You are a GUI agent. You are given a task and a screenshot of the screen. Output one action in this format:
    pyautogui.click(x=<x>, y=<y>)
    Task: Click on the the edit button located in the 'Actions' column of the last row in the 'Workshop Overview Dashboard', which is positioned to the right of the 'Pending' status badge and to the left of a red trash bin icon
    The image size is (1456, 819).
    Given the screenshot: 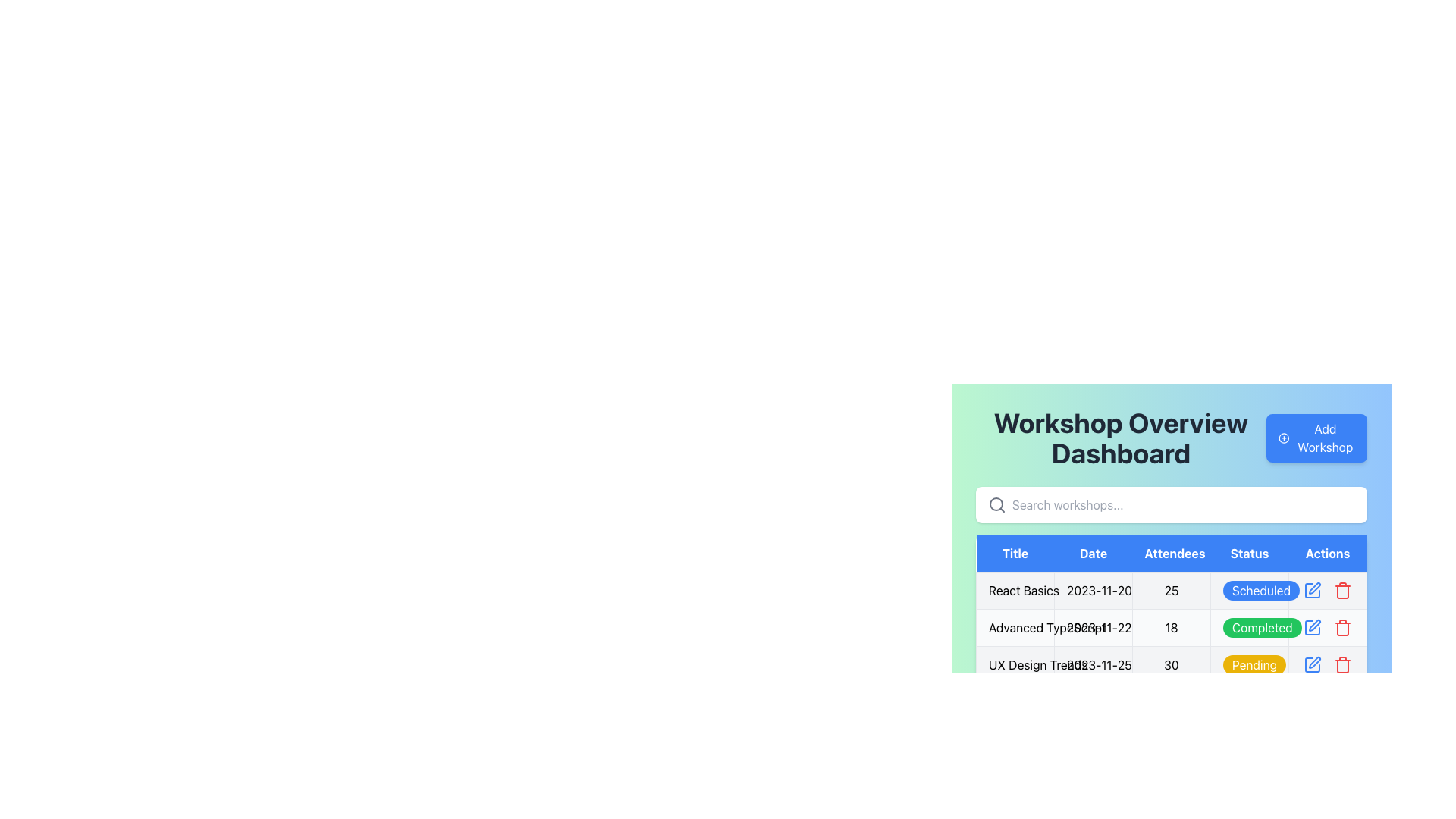 What is the action you would take?
    pyautogui.click(x=1312, y=664)
    